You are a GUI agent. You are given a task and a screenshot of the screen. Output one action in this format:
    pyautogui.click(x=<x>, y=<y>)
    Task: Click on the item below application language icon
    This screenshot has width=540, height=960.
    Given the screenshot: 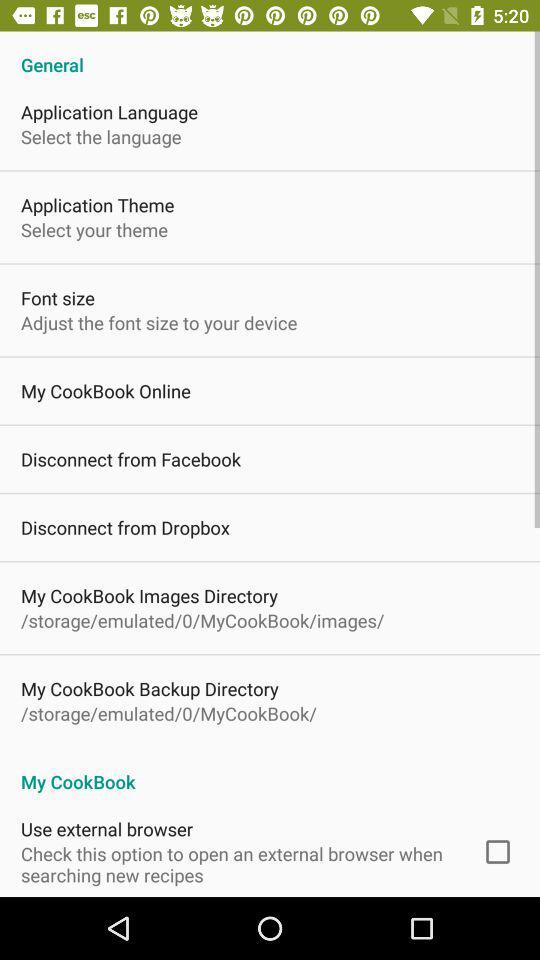 What is the action you would take?
    pyautogui.click(x=100, y=135)
    